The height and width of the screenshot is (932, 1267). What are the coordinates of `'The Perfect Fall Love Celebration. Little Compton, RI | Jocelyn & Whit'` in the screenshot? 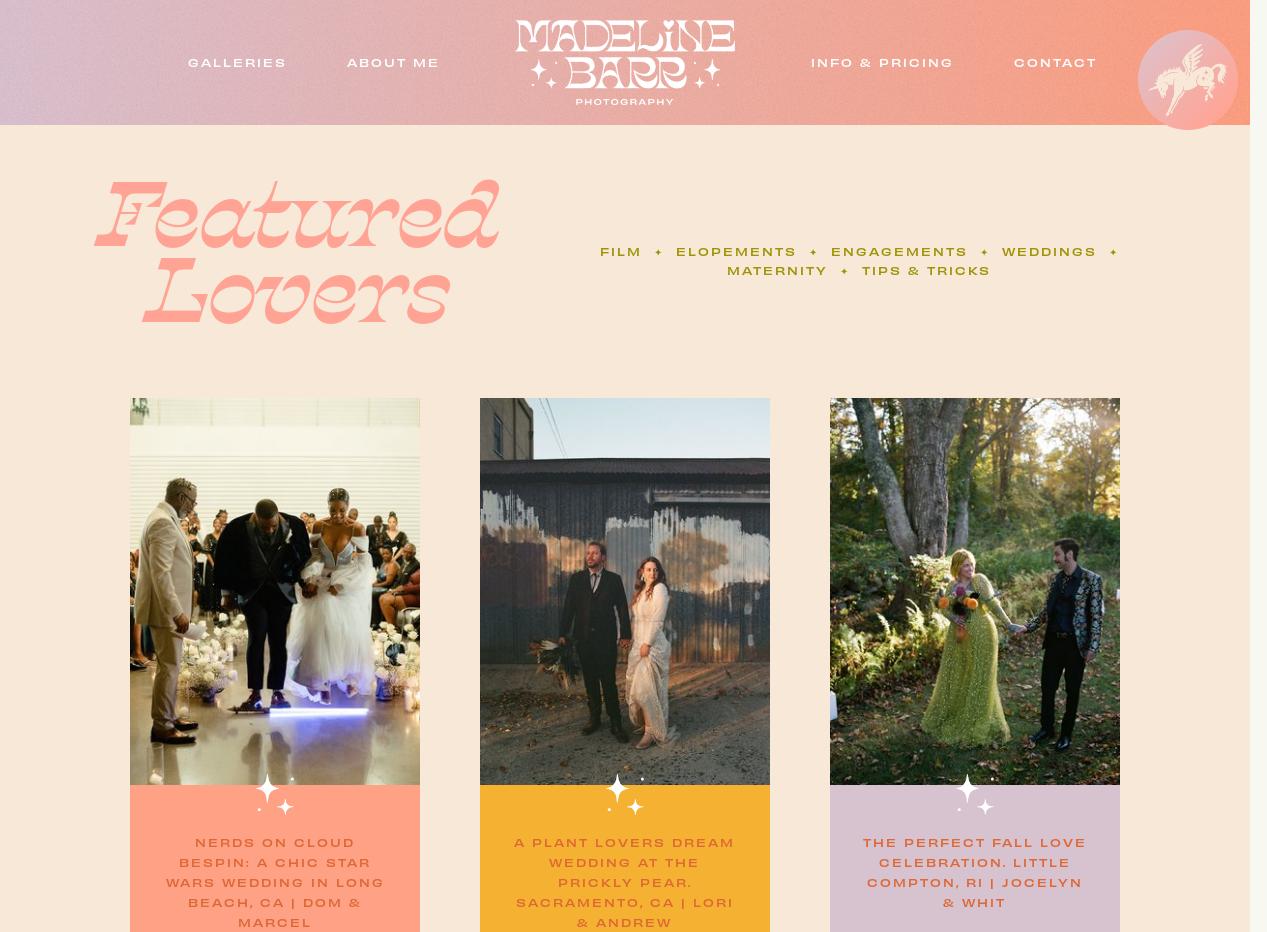 It's located at (972, 870).